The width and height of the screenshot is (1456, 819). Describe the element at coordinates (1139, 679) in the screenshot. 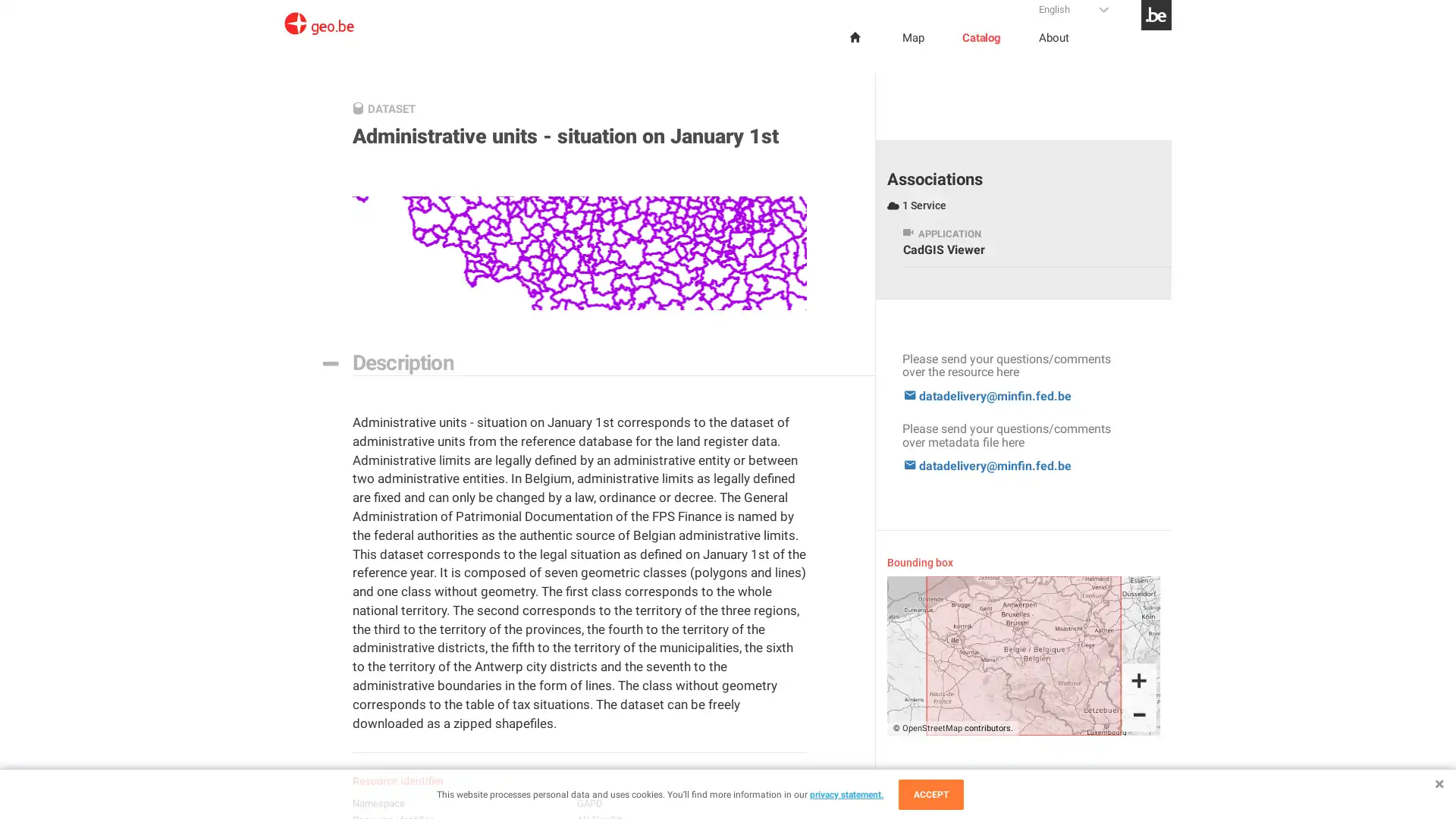

I see `+` at that location.